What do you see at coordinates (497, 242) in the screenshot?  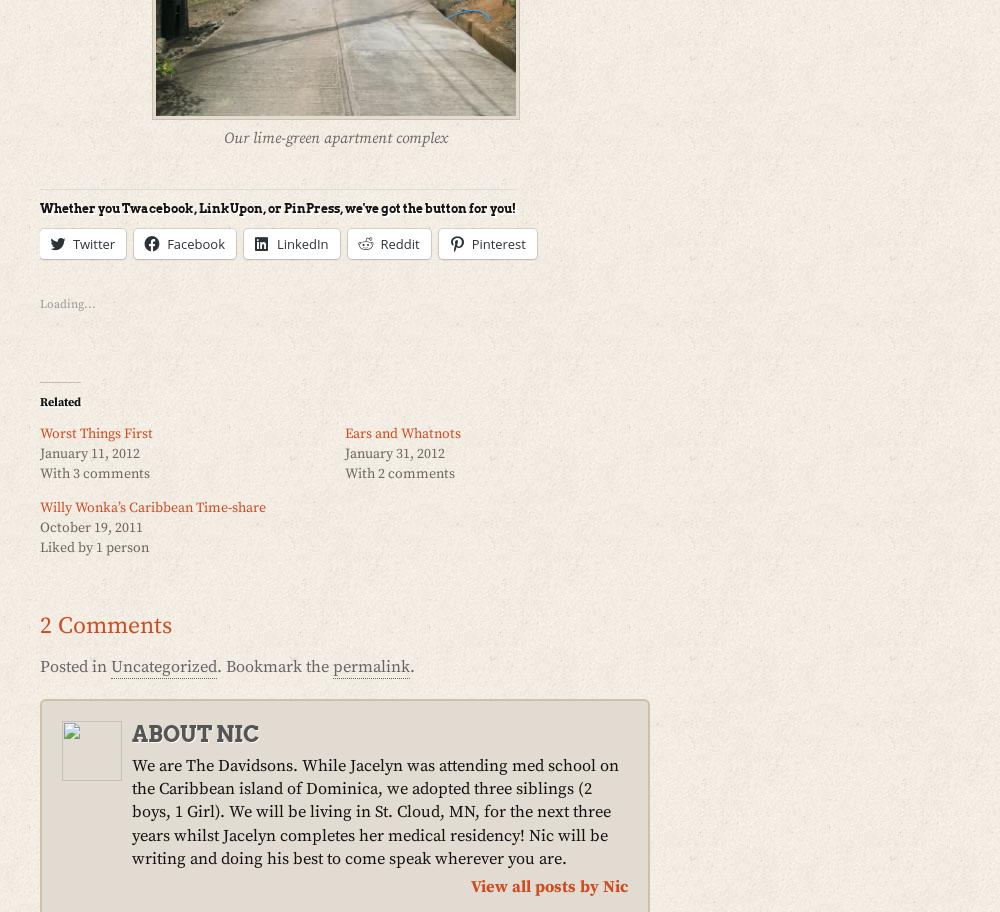 I see `'Pinterest'` at bounding box center [497, 242].